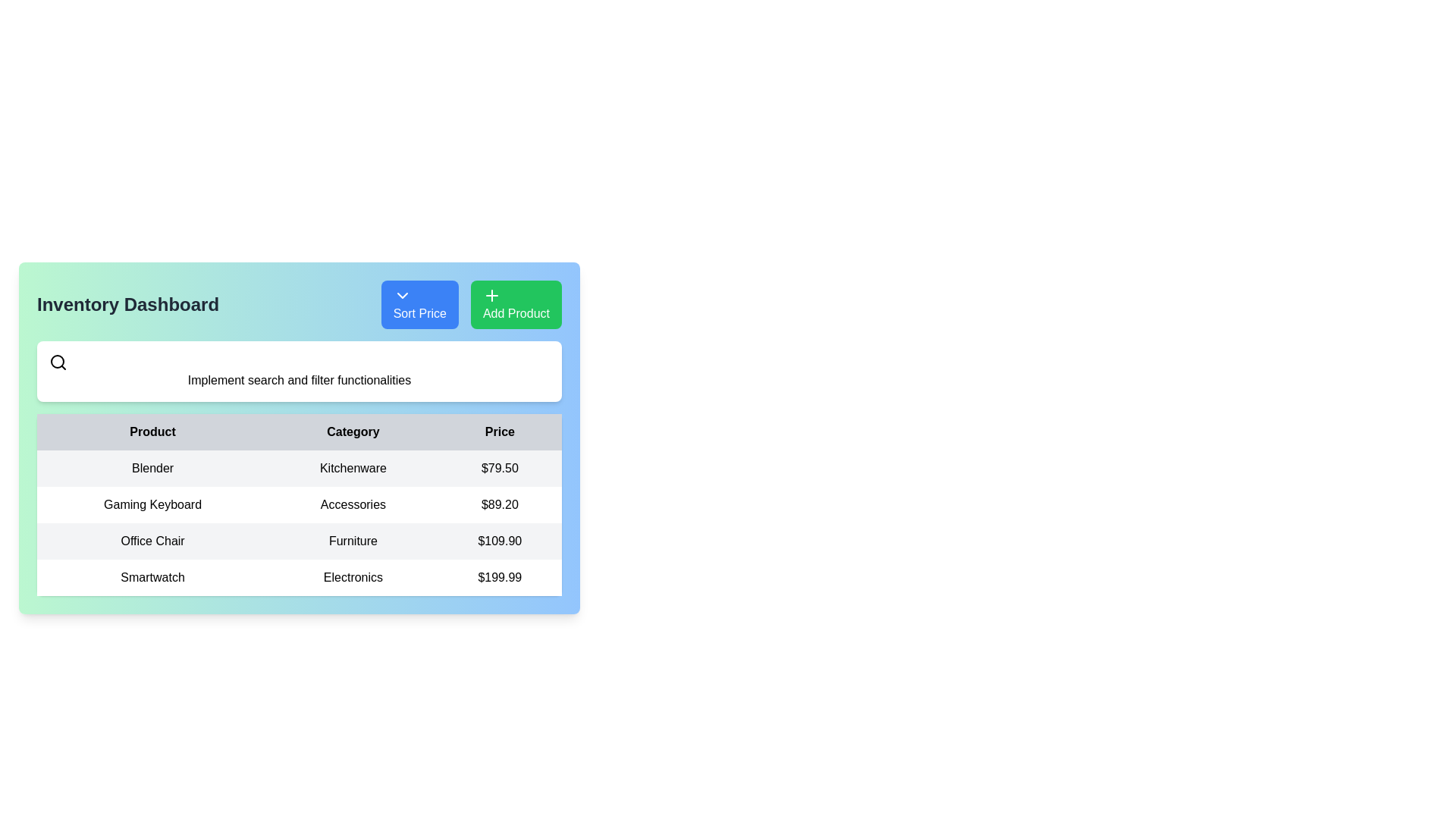  What do you see at coordinates (58, 362) in the screenshot?
I see `the magnifying glass icon, which is styled with a circular lens and a diagonal handle, located to the left of the text 'Implement search and filter functionalities'` at bounding box center [58, 362].